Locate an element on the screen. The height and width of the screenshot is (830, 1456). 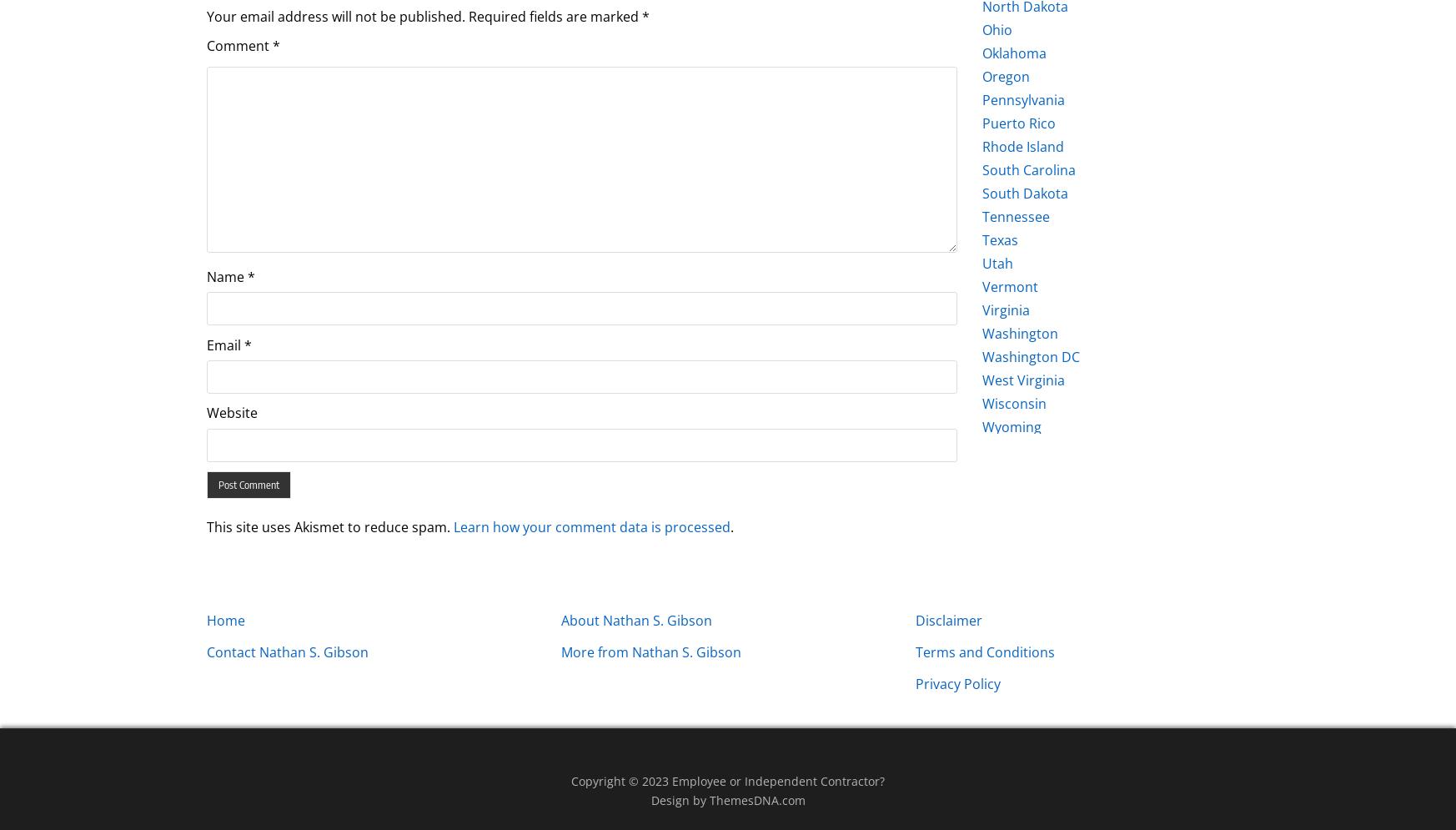
'Your email address will not be published.' is located at coordinates (334, 16).